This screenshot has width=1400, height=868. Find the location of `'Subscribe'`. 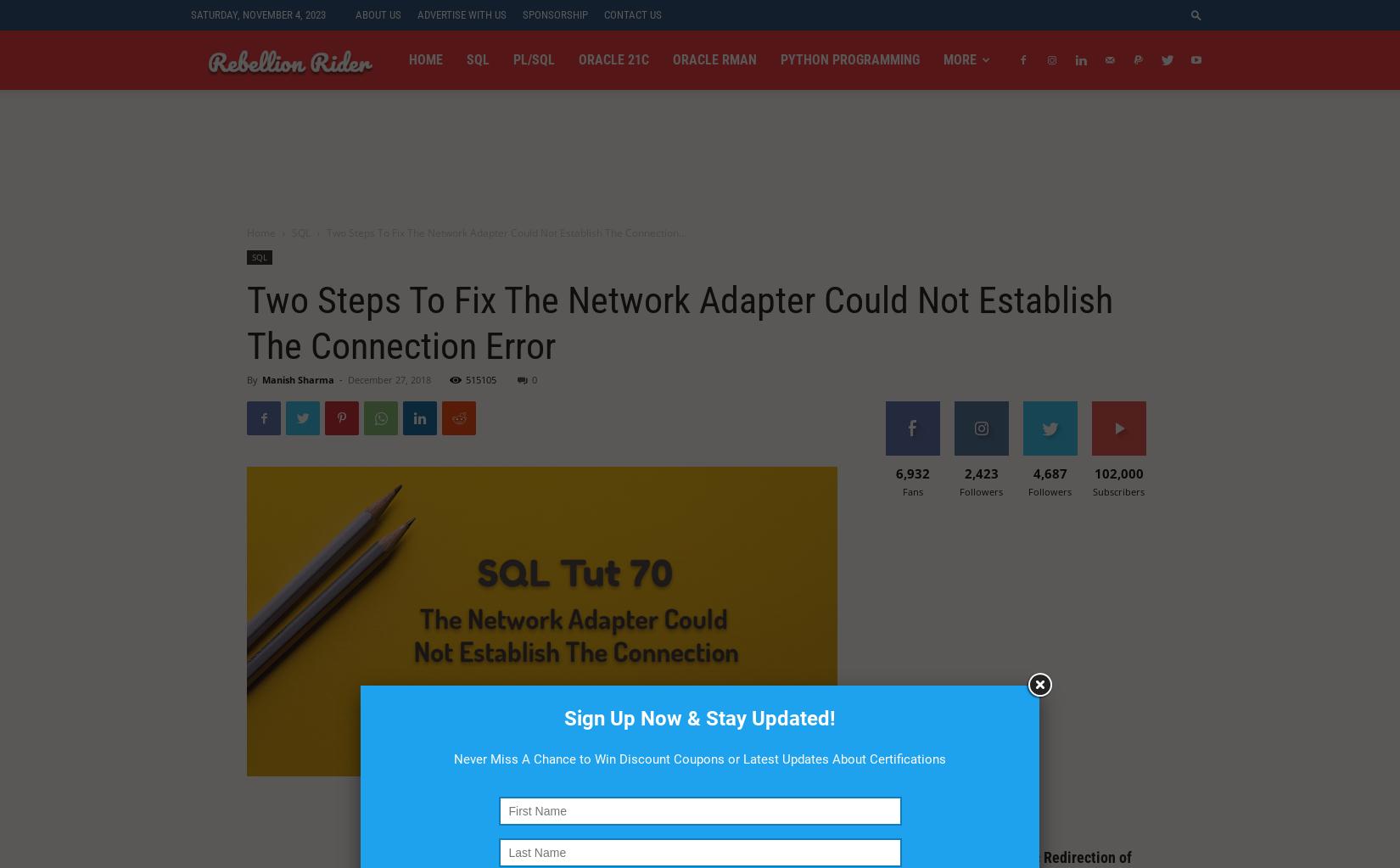

'Subscribe' is located at coordinates (1117, 407).